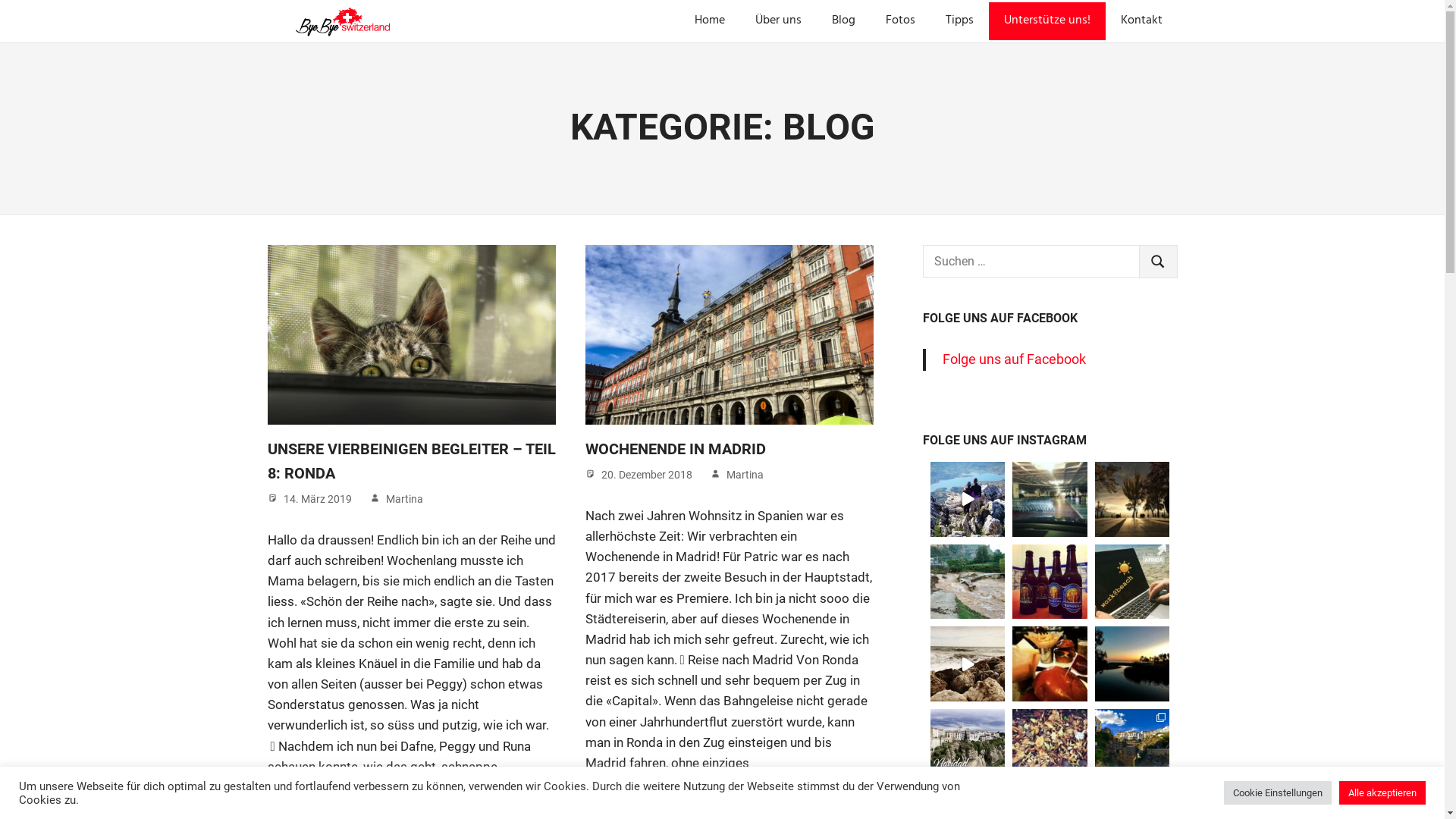 The width and height of the screenshot is (1456, 819). I want to click on 'SUCHEN', so click(1139, 260).